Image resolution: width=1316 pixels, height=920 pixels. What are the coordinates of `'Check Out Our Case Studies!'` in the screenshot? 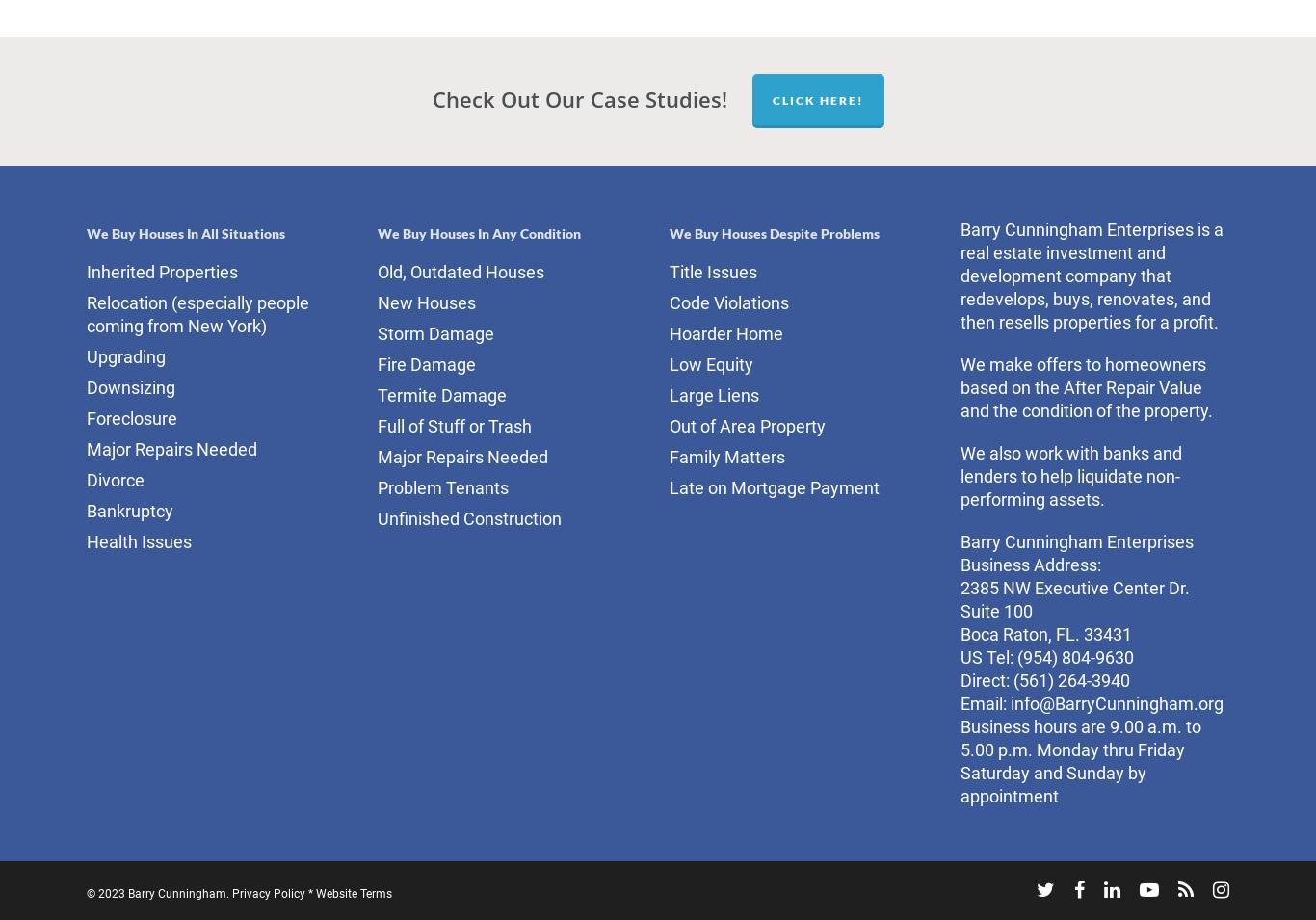 It's located at (578, 96).